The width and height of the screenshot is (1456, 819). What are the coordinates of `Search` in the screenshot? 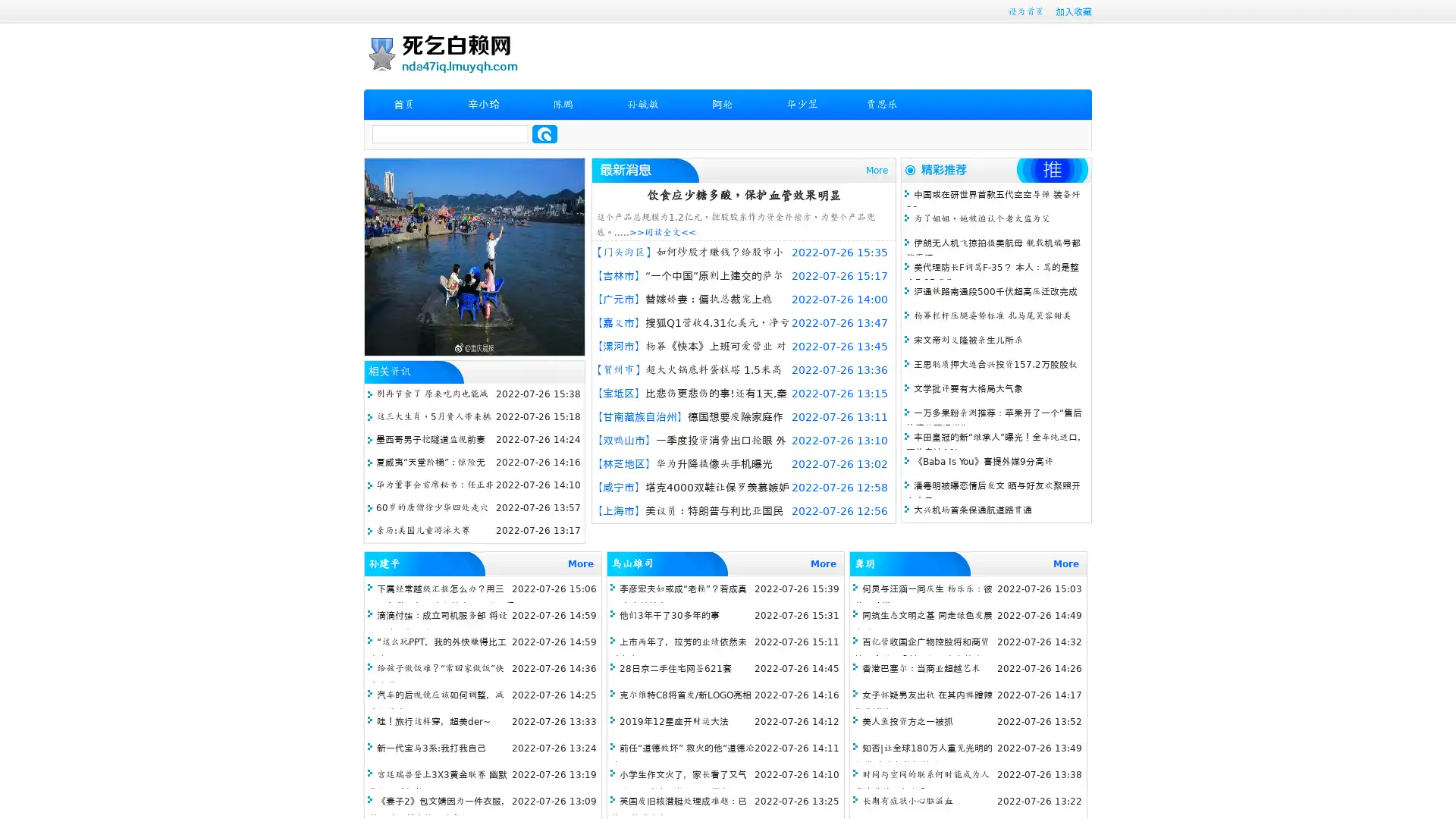 It's located at (544, 133).